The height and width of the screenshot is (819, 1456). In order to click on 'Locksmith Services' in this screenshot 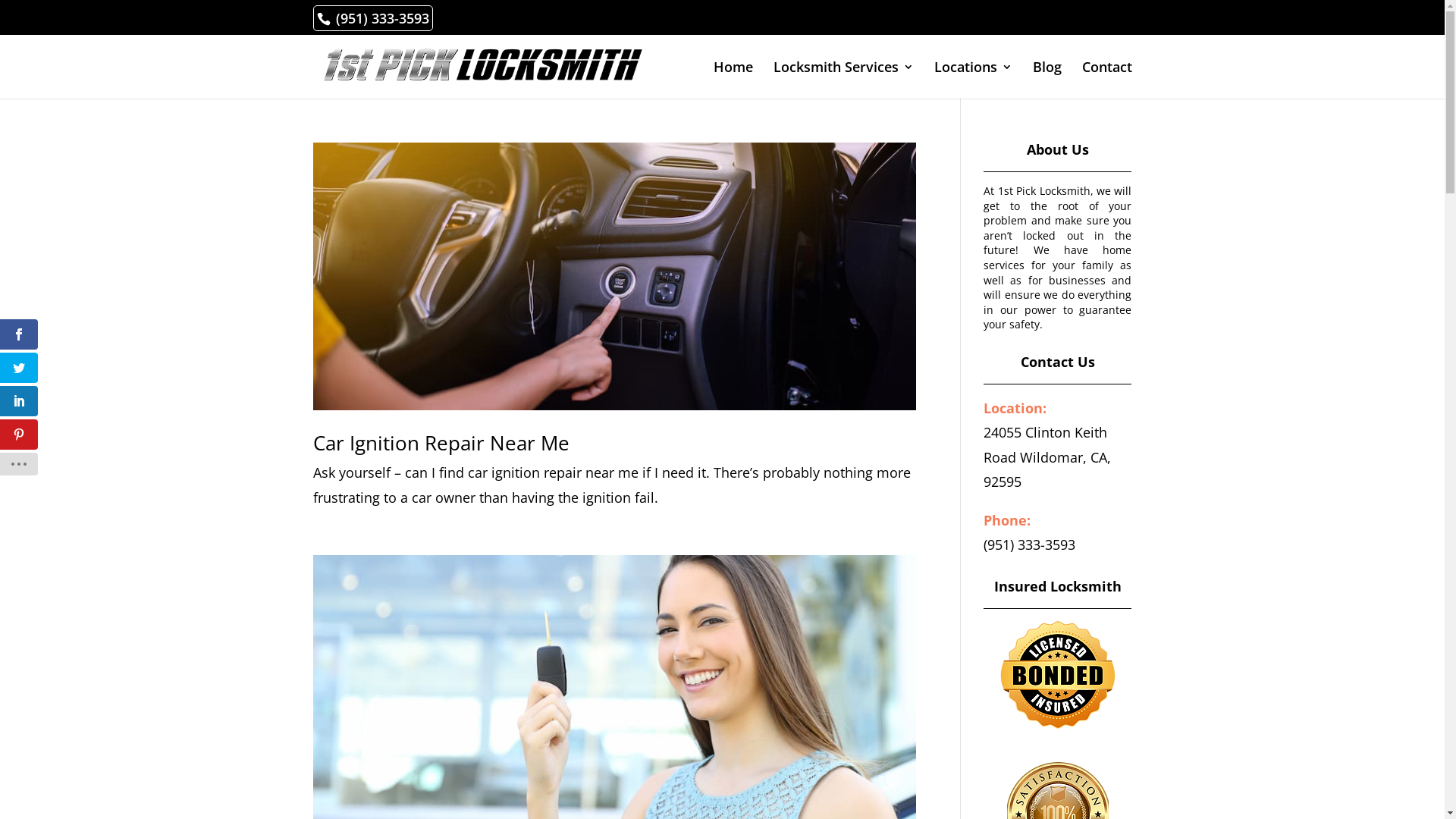, I will do `click(843, 80)`.